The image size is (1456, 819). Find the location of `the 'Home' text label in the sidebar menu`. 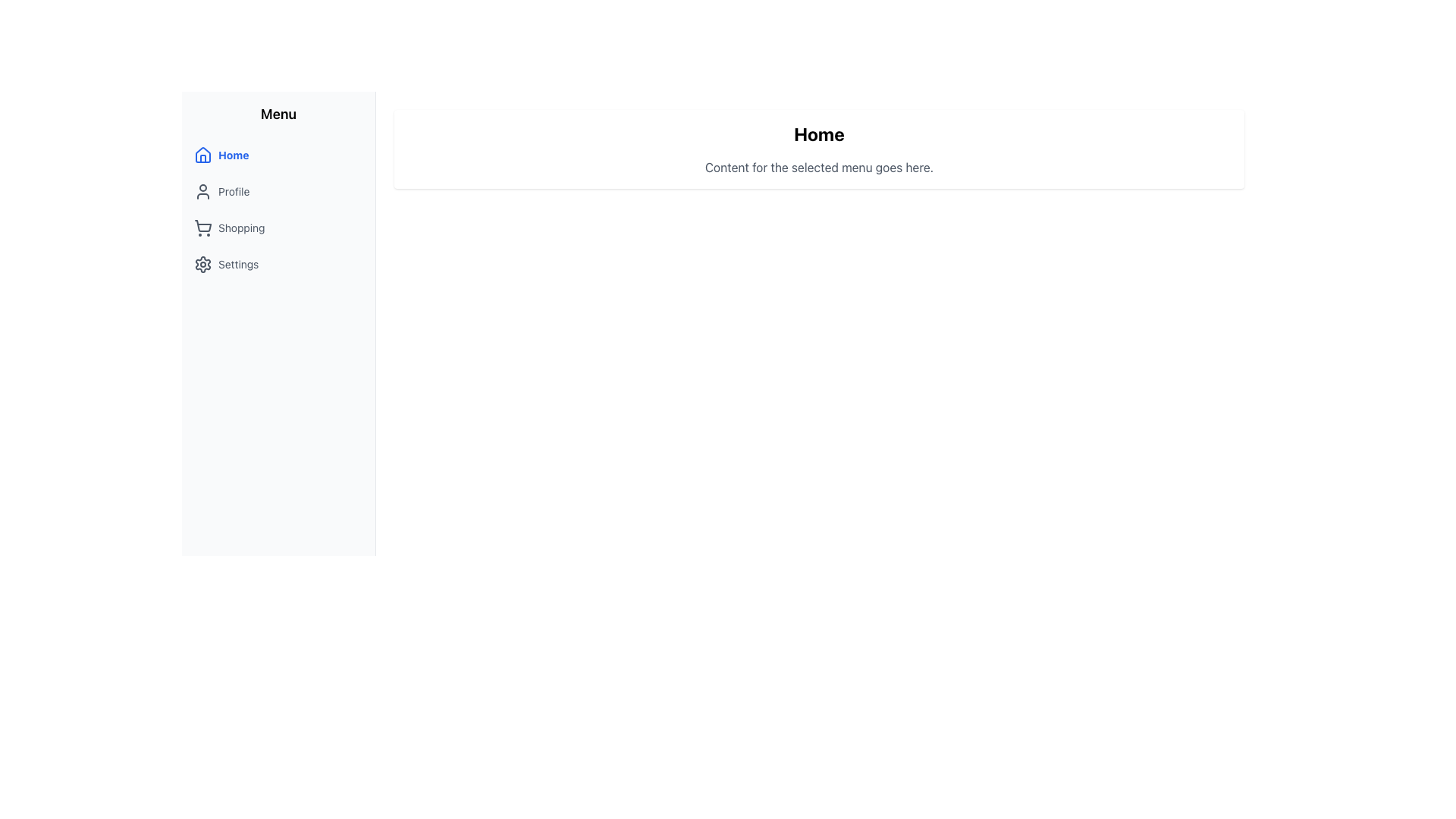

the 'Home' text label in the sidebar menu is located at coordinates (232, 155).